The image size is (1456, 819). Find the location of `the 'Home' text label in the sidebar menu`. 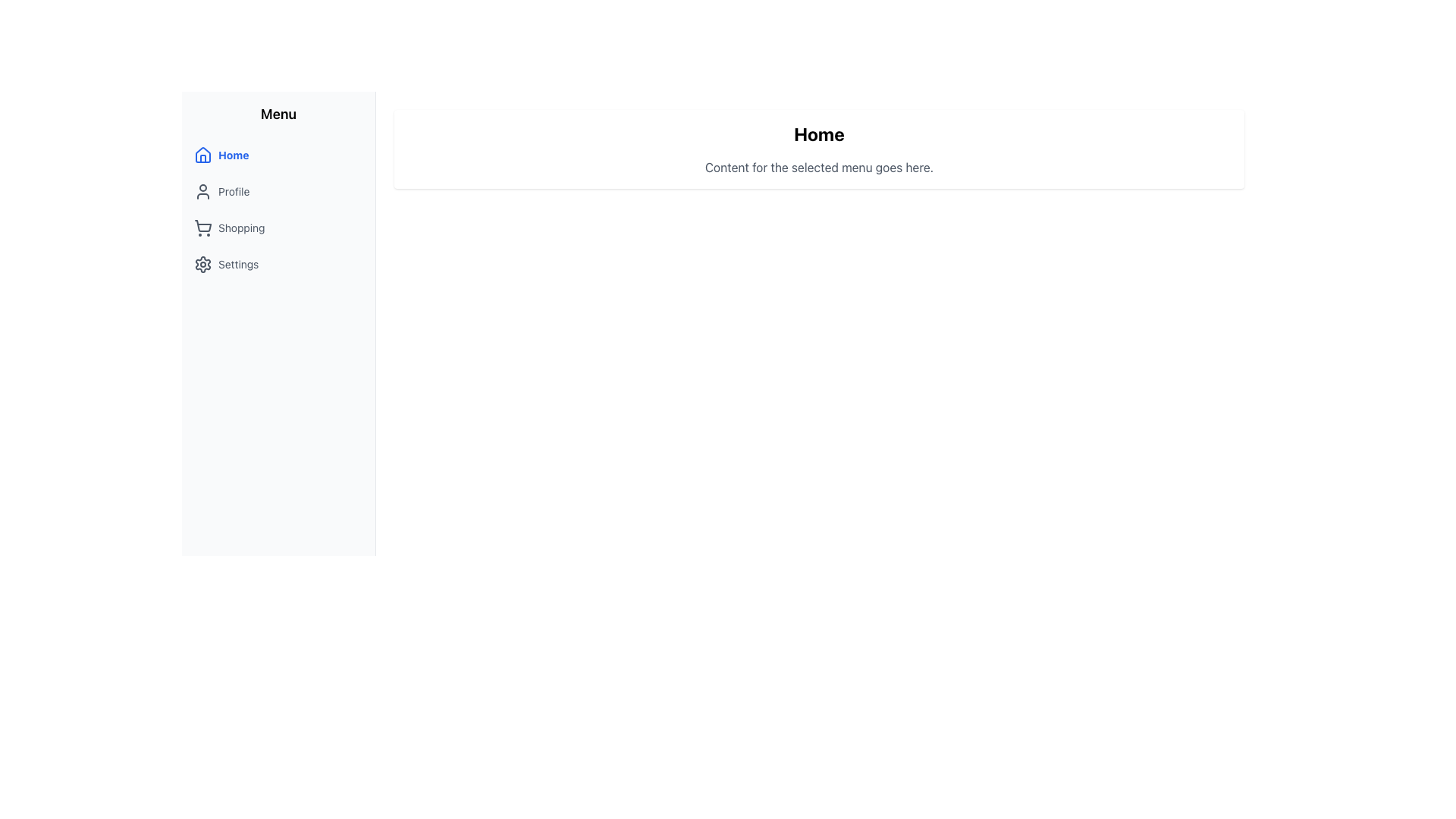

the 'Home' text label in the sidebar menu is located at coordinates (232, 155).